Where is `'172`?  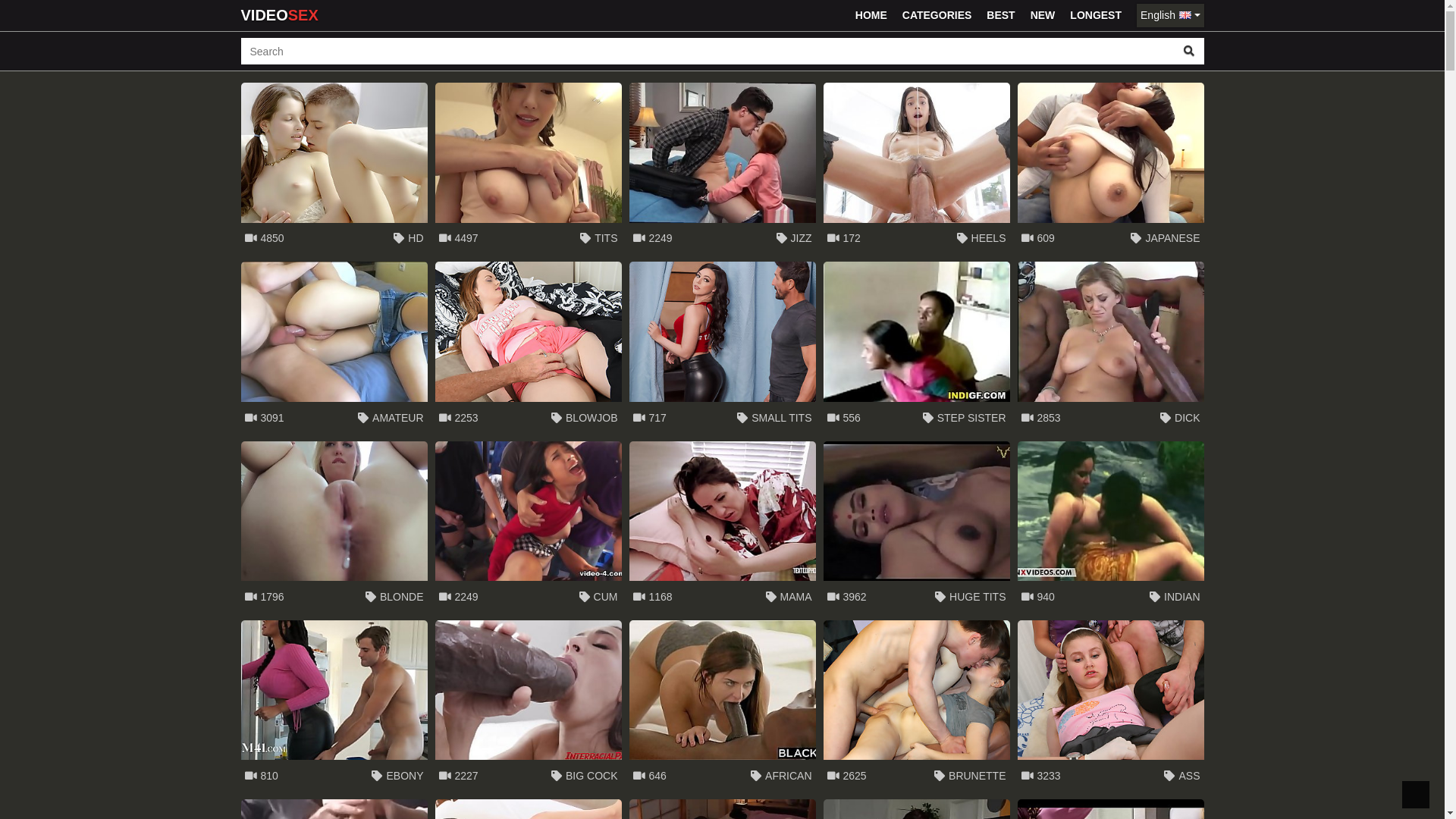
'172 is located at coordinates (916, 168).